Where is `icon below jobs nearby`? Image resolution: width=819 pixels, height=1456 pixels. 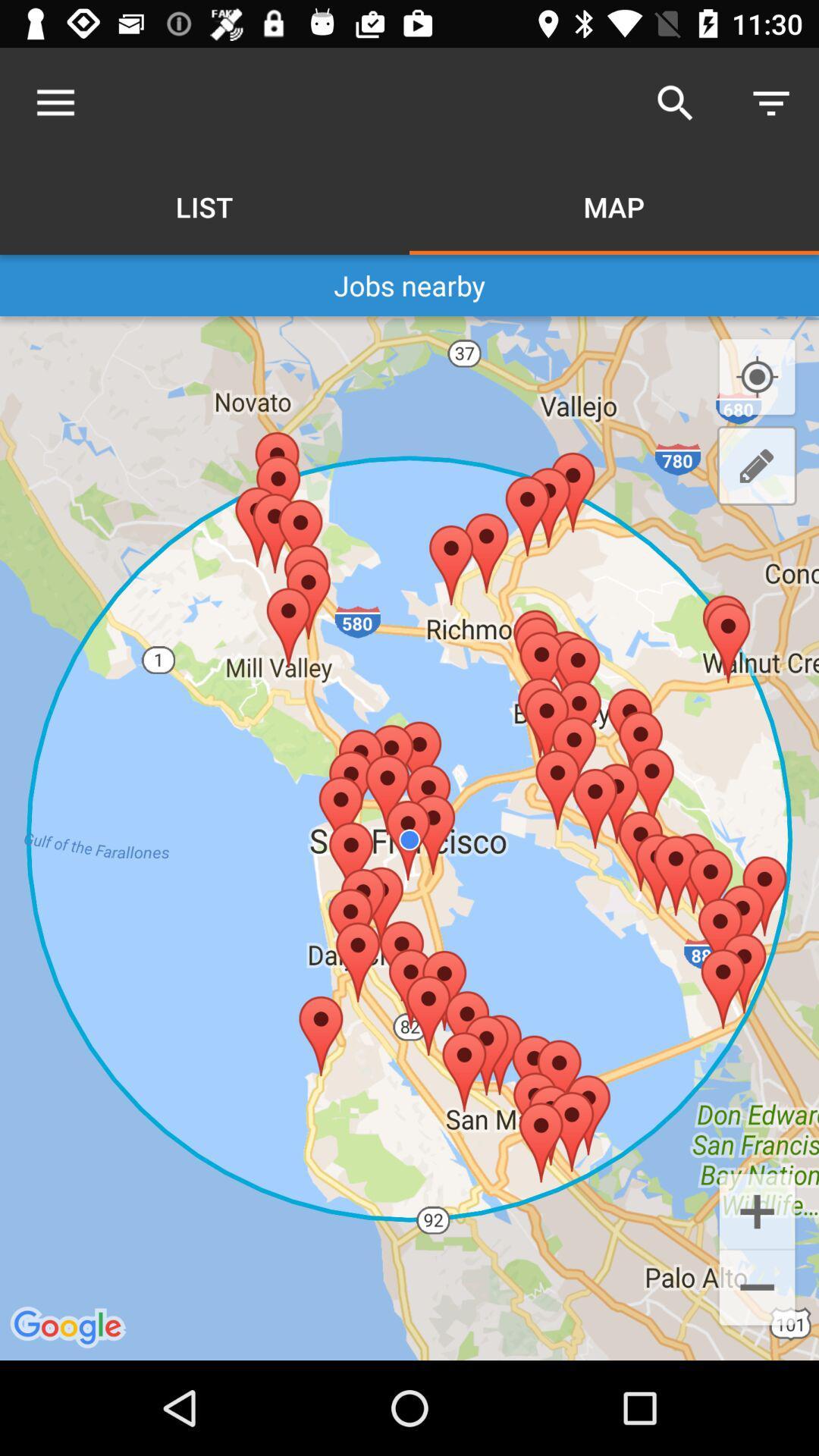
icon below jobs nearby is located at coordinates (409, 837).